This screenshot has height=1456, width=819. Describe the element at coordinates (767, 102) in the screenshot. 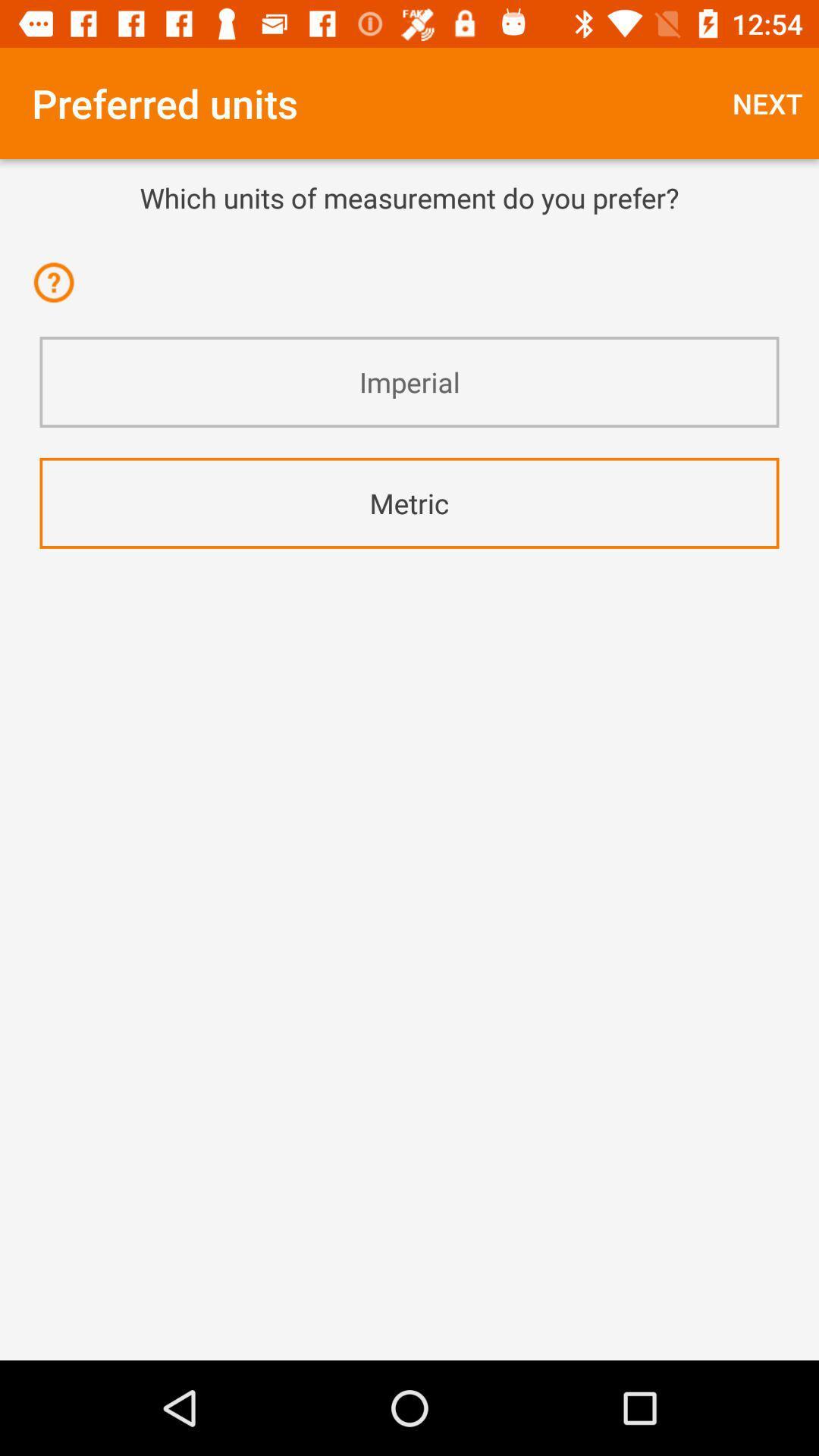

I see `the item to the right of the preferred units item` at that location.